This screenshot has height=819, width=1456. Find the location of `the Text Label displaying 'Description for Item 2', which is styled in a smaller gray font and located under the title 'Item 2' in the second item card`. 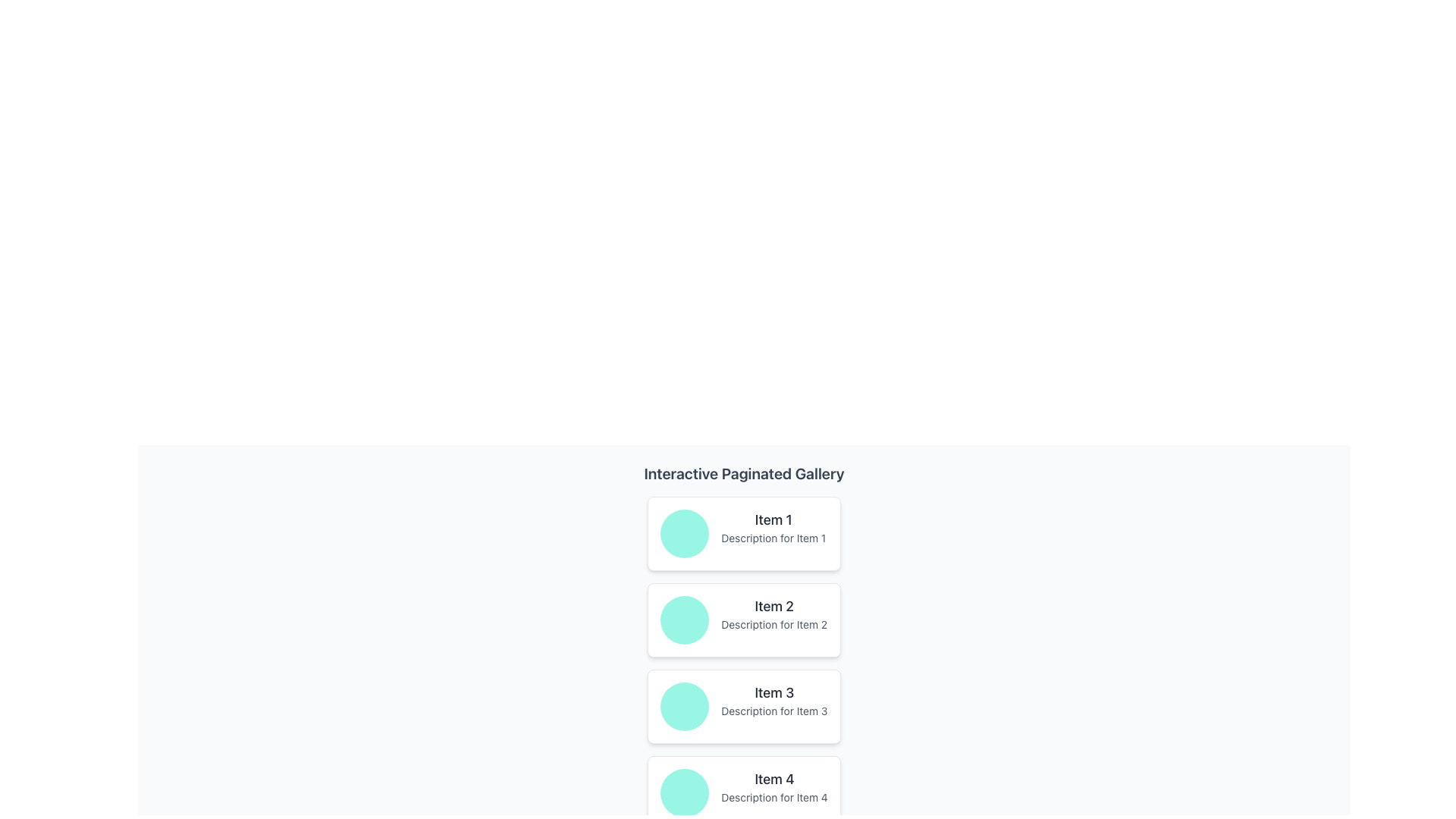

the Text Label displaying 'Description for Item 2', which is styled in a smaller gray font and located under the title 'Item 2' in the second item card is located at coordinates (774, 625).